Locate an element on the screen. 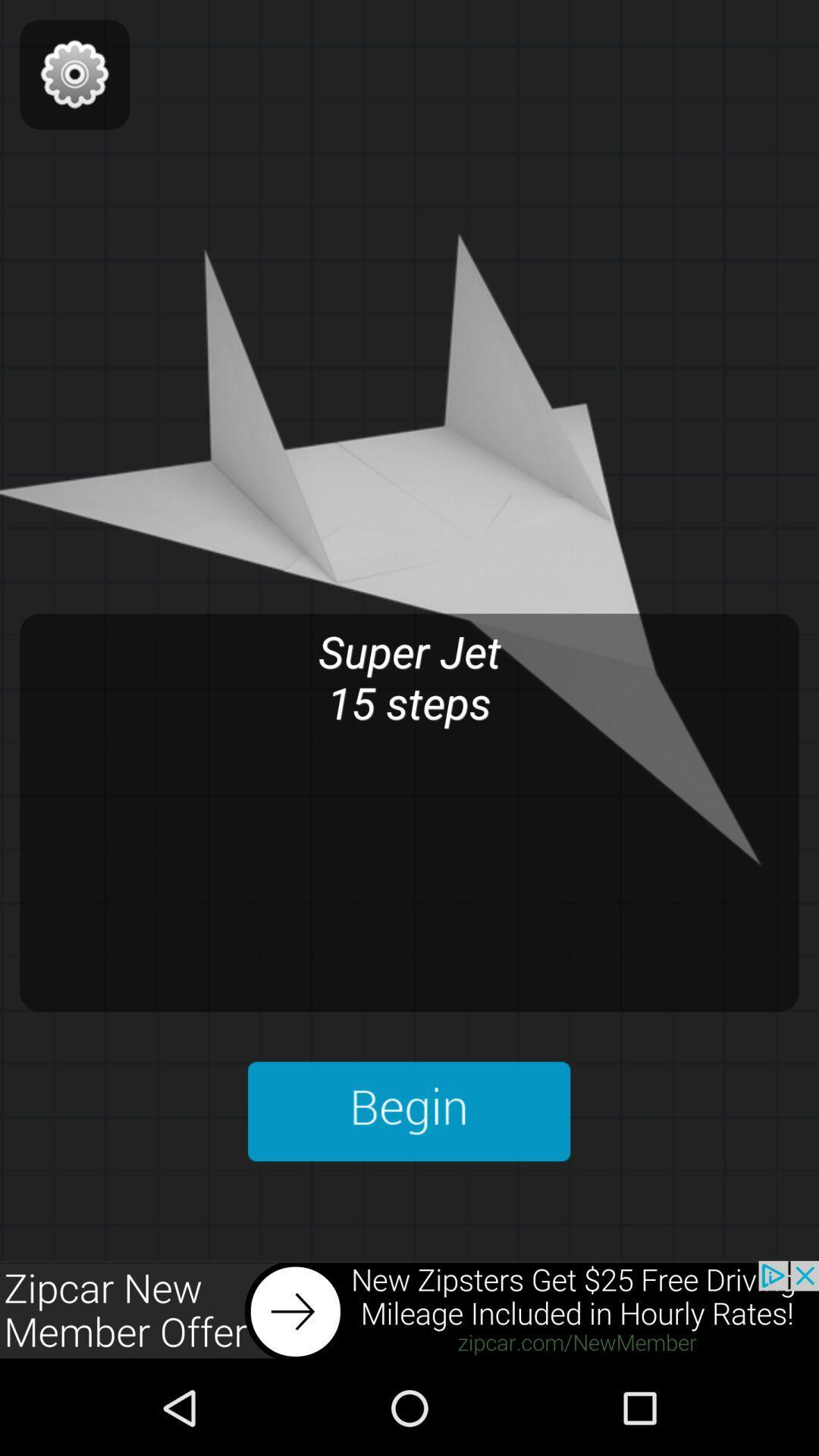  begin option is located at coordinates (408, 1111).